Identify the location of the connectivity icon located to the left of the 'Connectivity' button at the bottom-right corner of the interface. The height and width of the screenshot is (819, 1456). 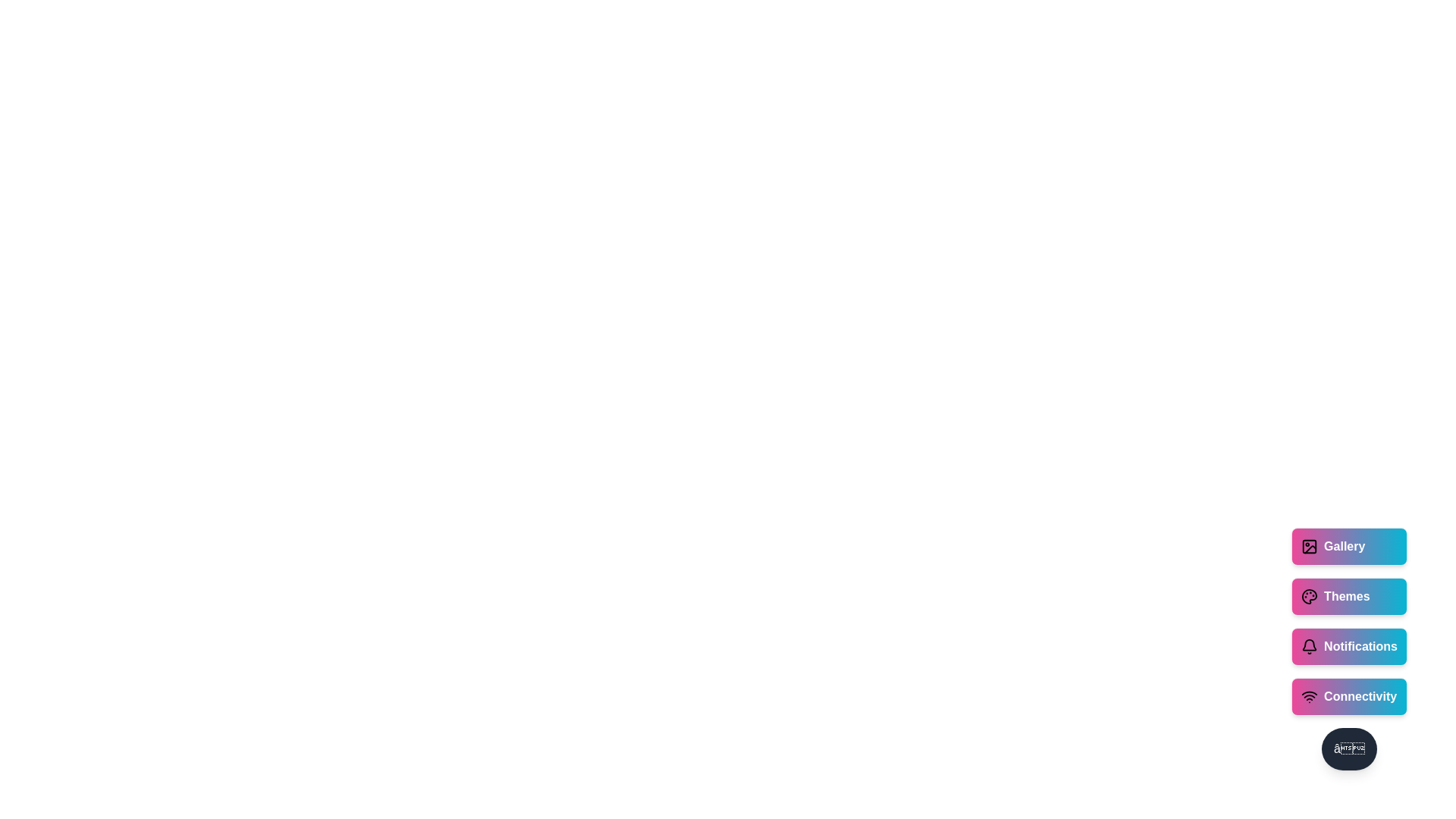
(1309, 696).